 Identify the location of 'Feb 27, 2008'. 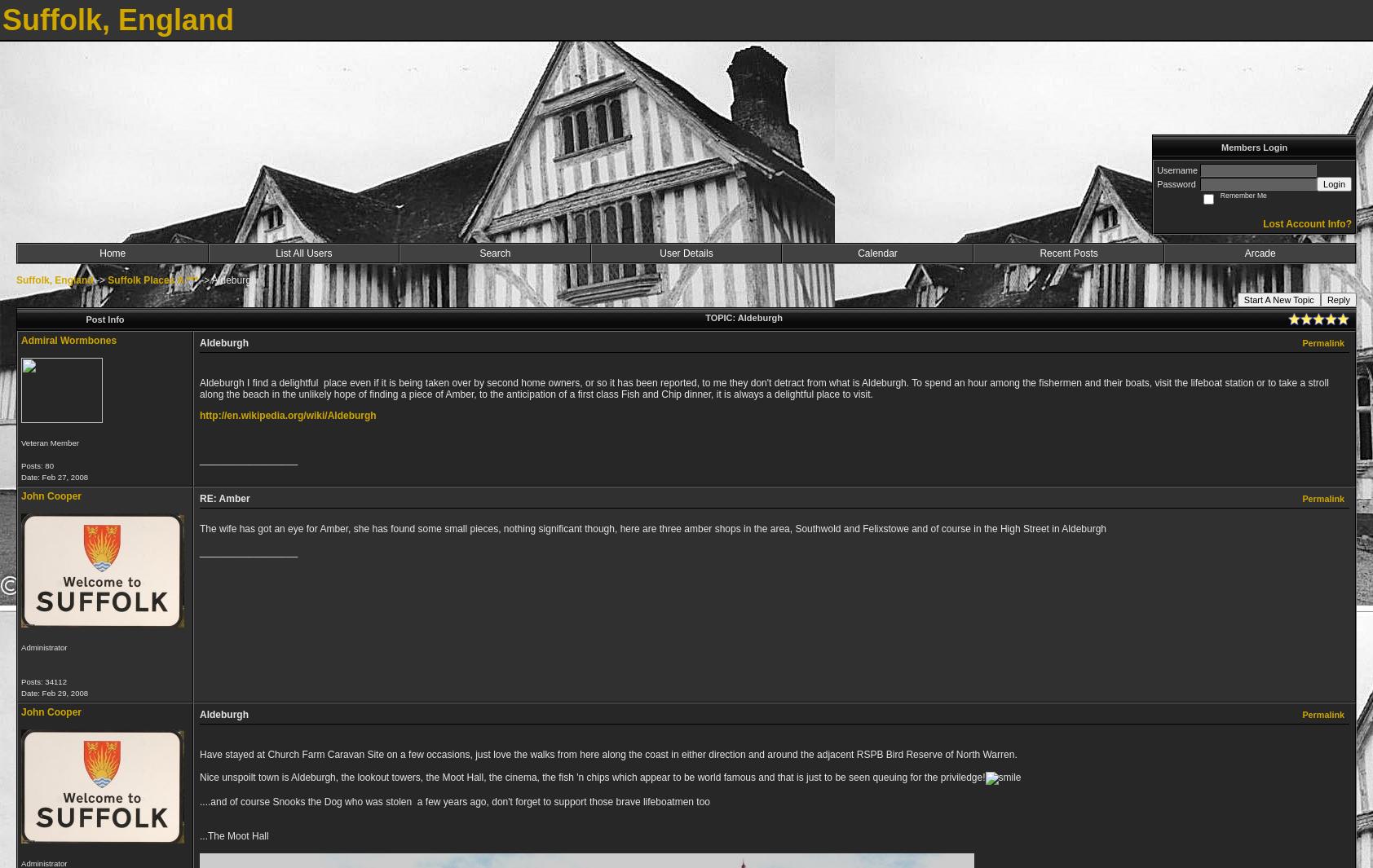
(64, 477).